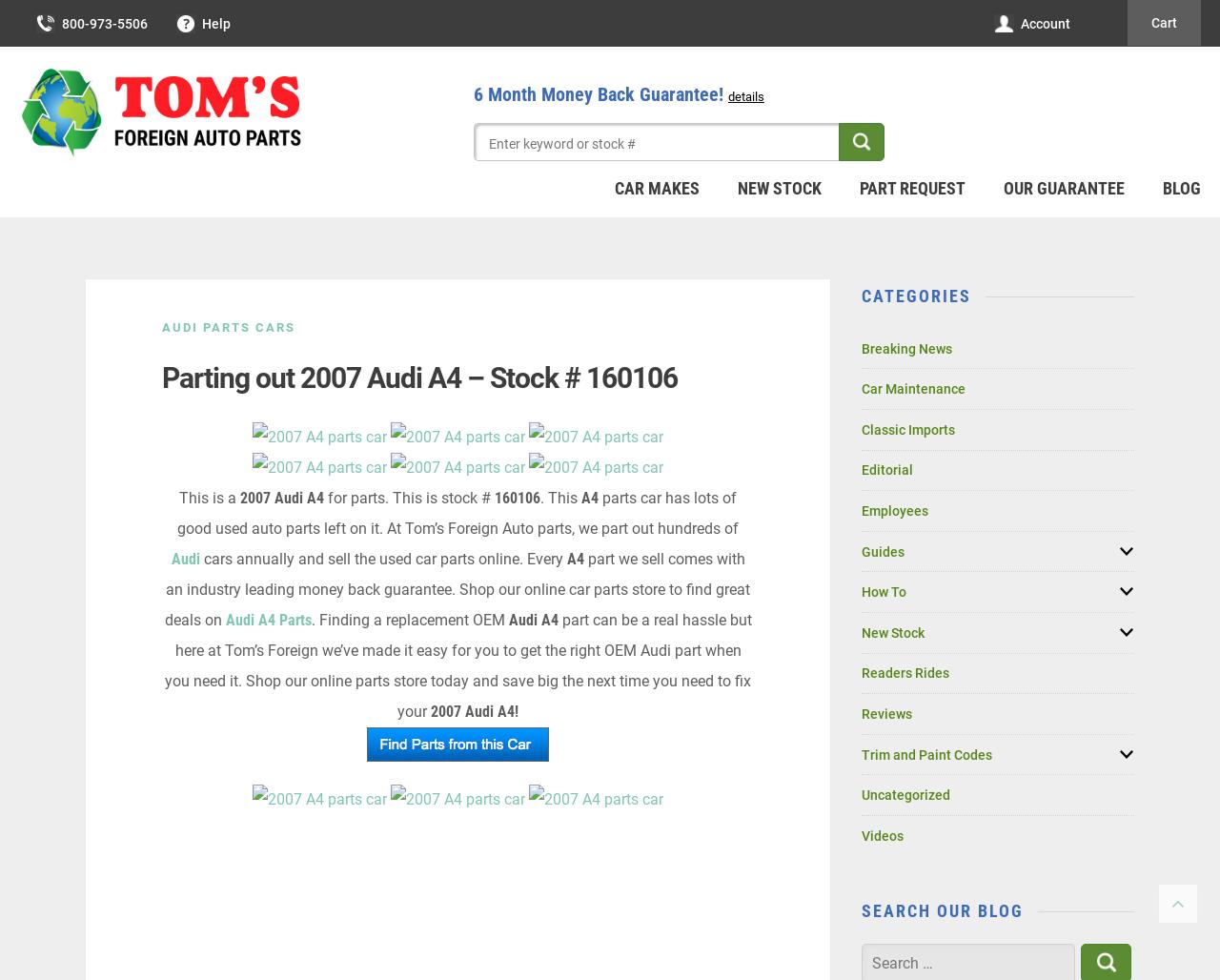 The height and width of the screenshot is (980, 1220). What do you see at coordinates (457, 513) in the screenshot?
I see `'parts car has lots of good used auto parts left on it. At Tom’s Foreign Auto parts, we part out hundreds of'` at bounding box center [457, 513].